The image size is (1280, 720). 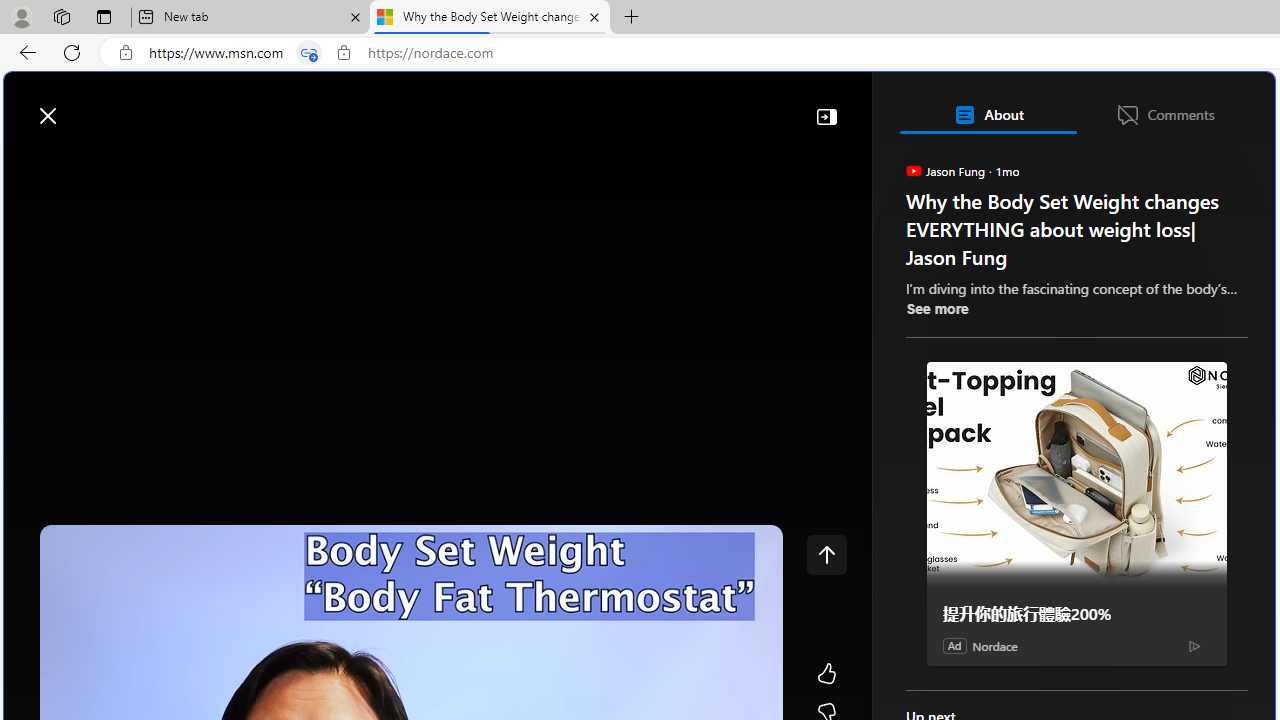 I want to click on 'See more', so click(x=935, y=308).